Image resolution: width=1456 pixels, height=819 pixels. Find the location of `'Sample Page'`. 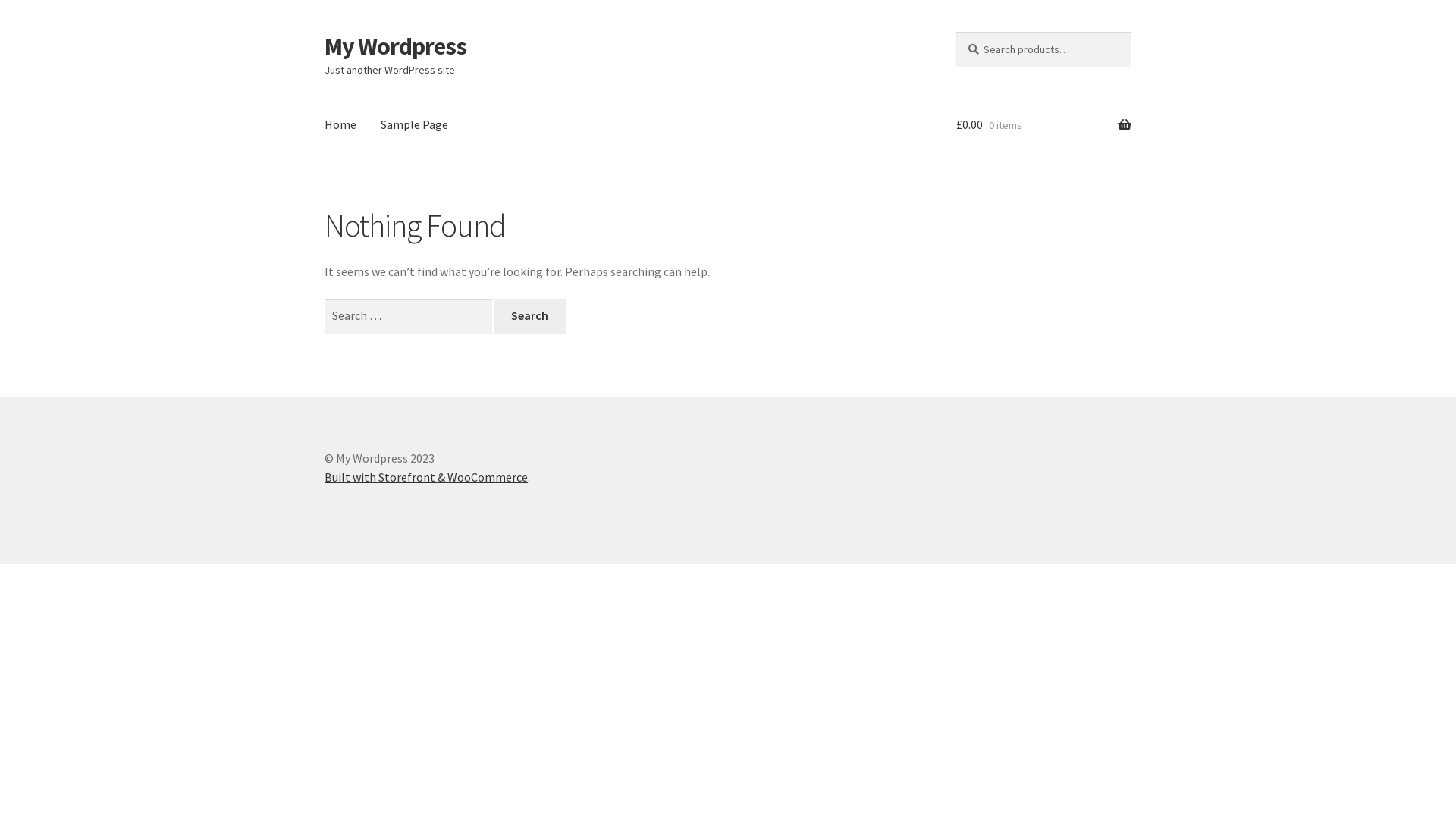

'Sample Page' is located at coordinates (414, 124).